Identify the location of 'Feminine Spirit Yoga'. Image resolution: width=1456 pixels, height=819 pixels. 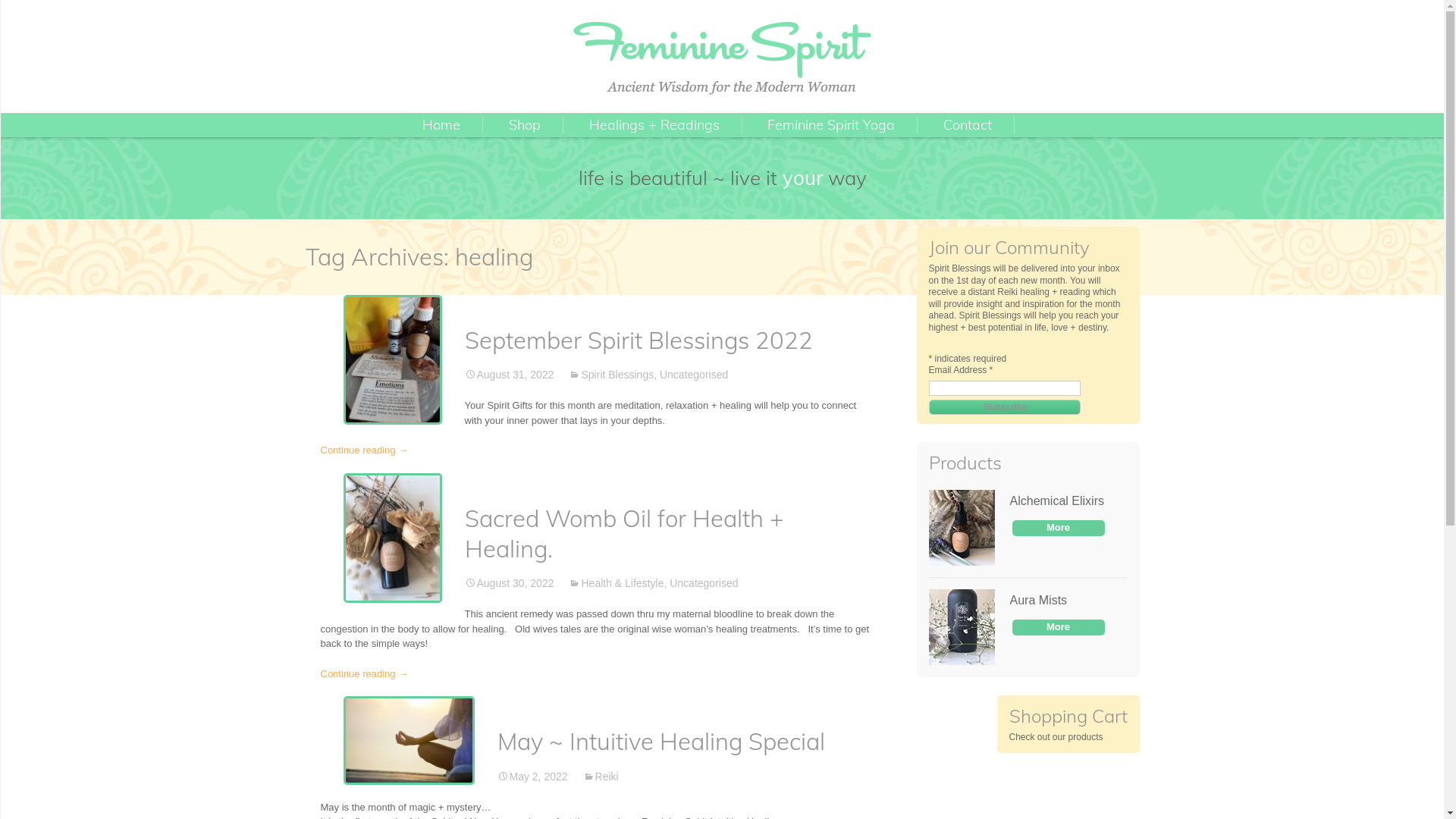
(830, 124).